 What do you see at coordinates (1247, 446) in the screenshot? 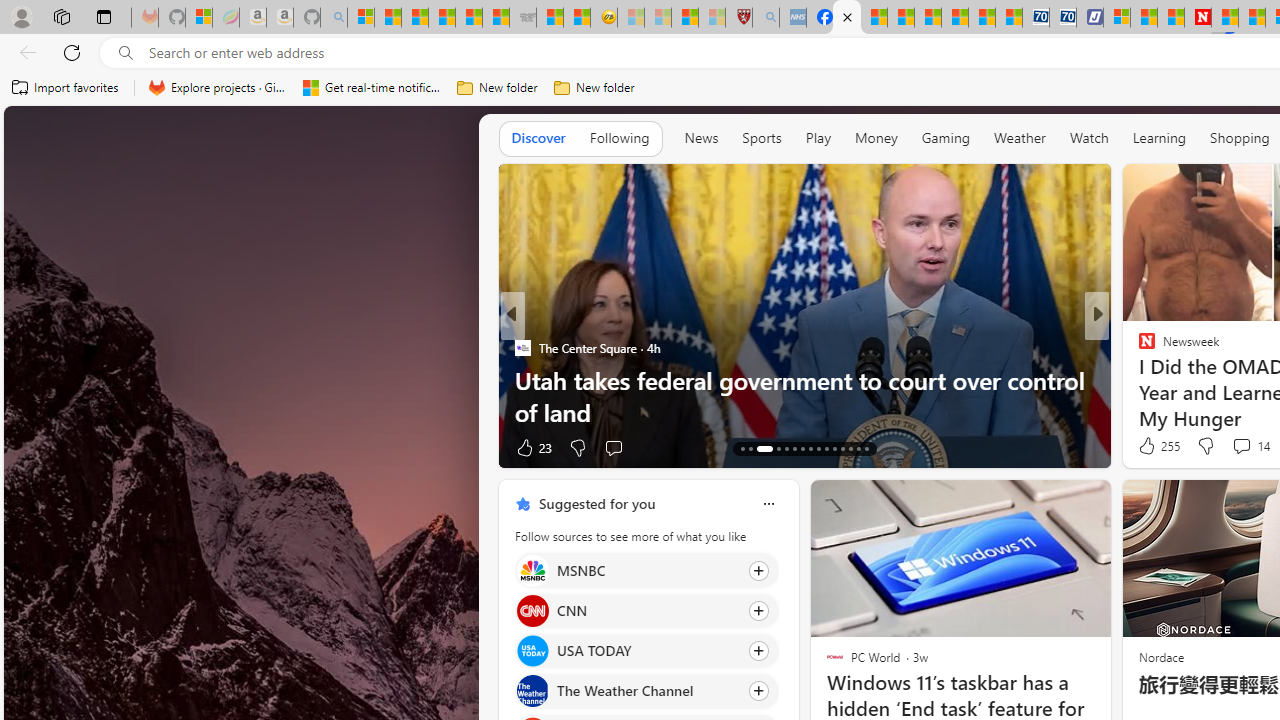
I see `'View comments 114 Comment'` at bounding box center [1247, 446].